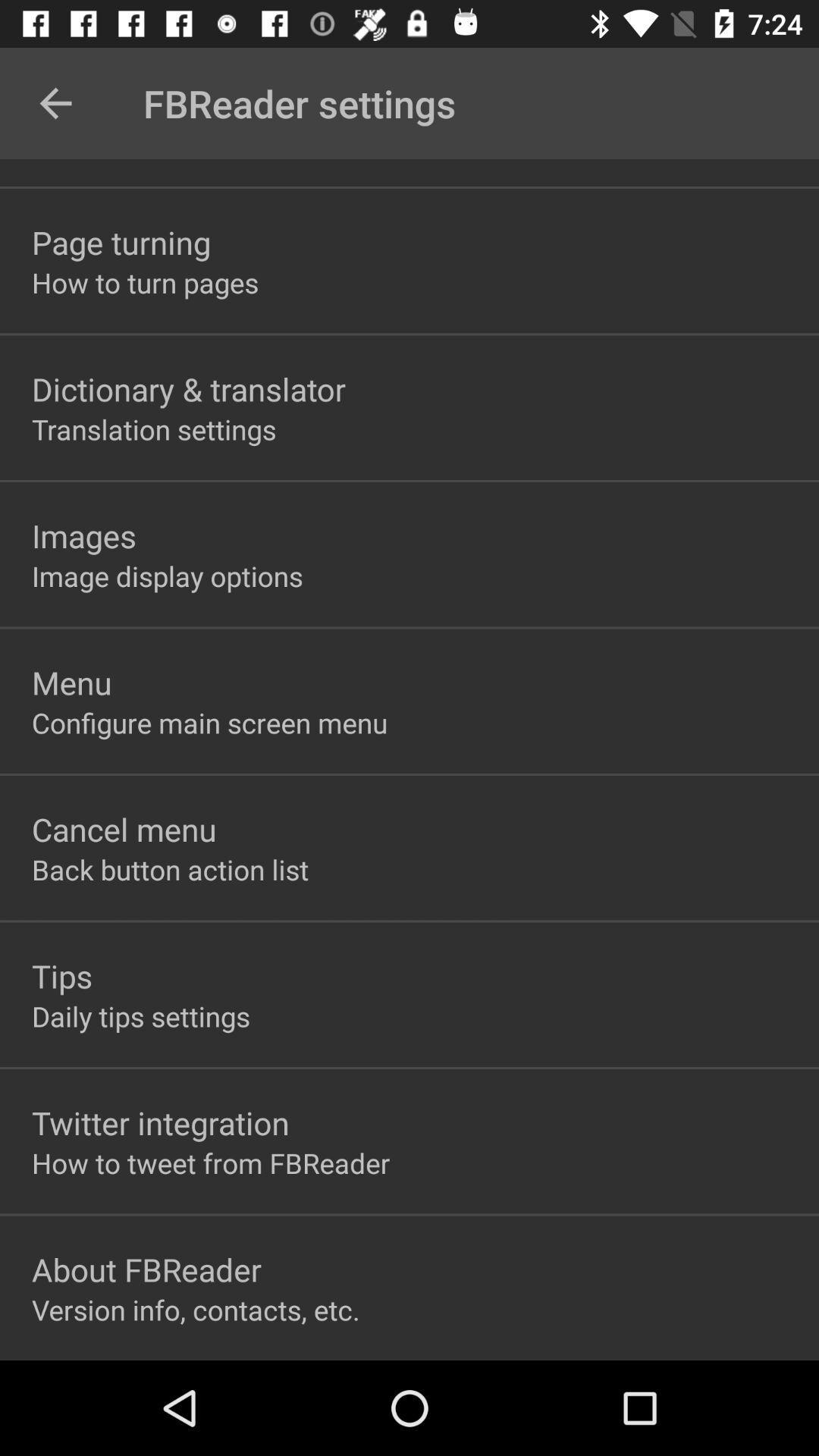  Describe the element at coordinates (146, 1269) in the screenshot. I see `the item above the version info contacts item` at that location.